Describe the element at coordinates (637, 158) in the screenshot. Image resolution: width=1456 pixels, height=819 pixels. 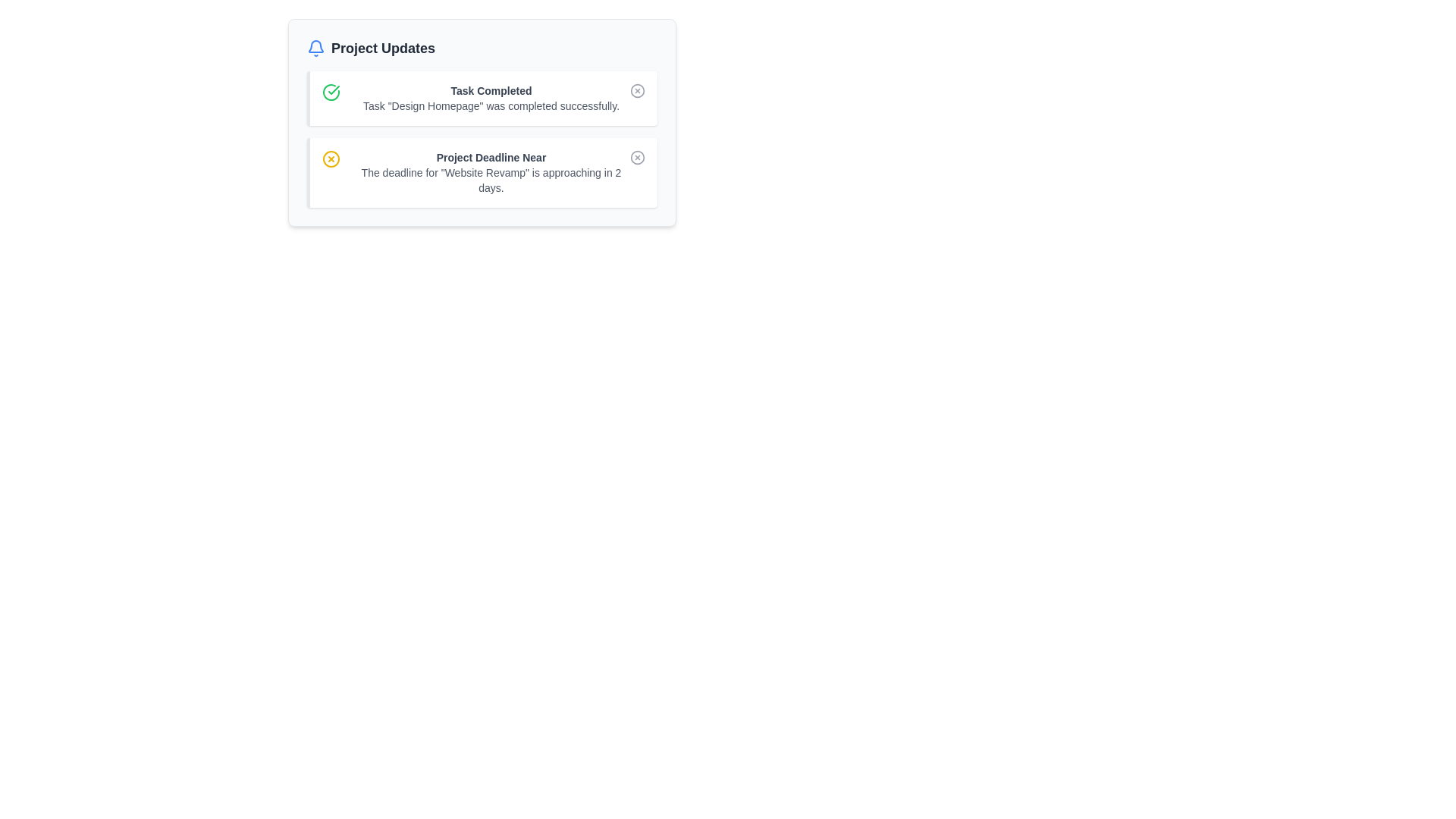
I see `the dismiss button located at the top-right corner of the 'Project Deadline Near' notification` at that location.